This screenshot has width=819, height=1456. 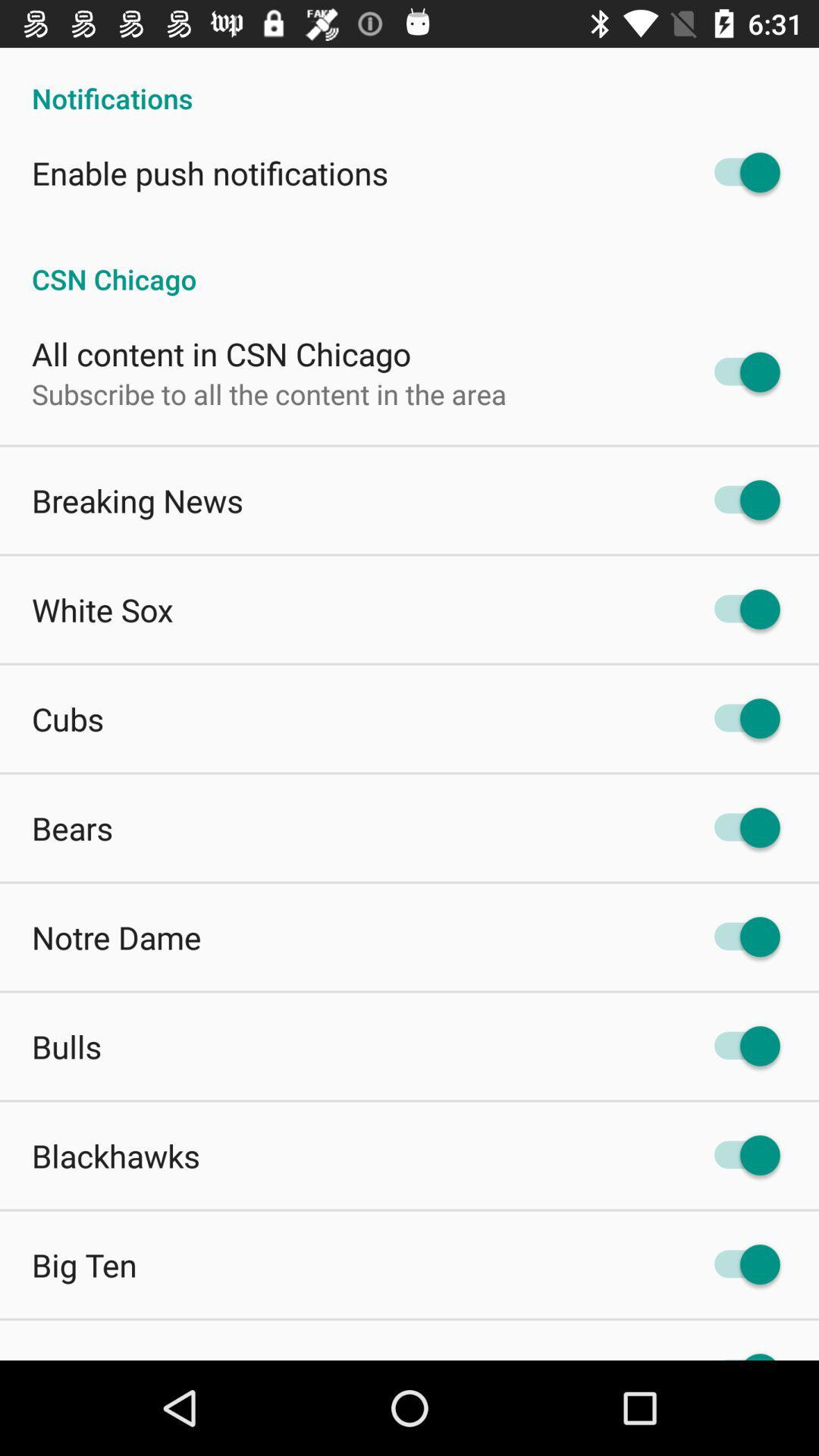 I want to click on big ten app, so click(x=84, y=1265).